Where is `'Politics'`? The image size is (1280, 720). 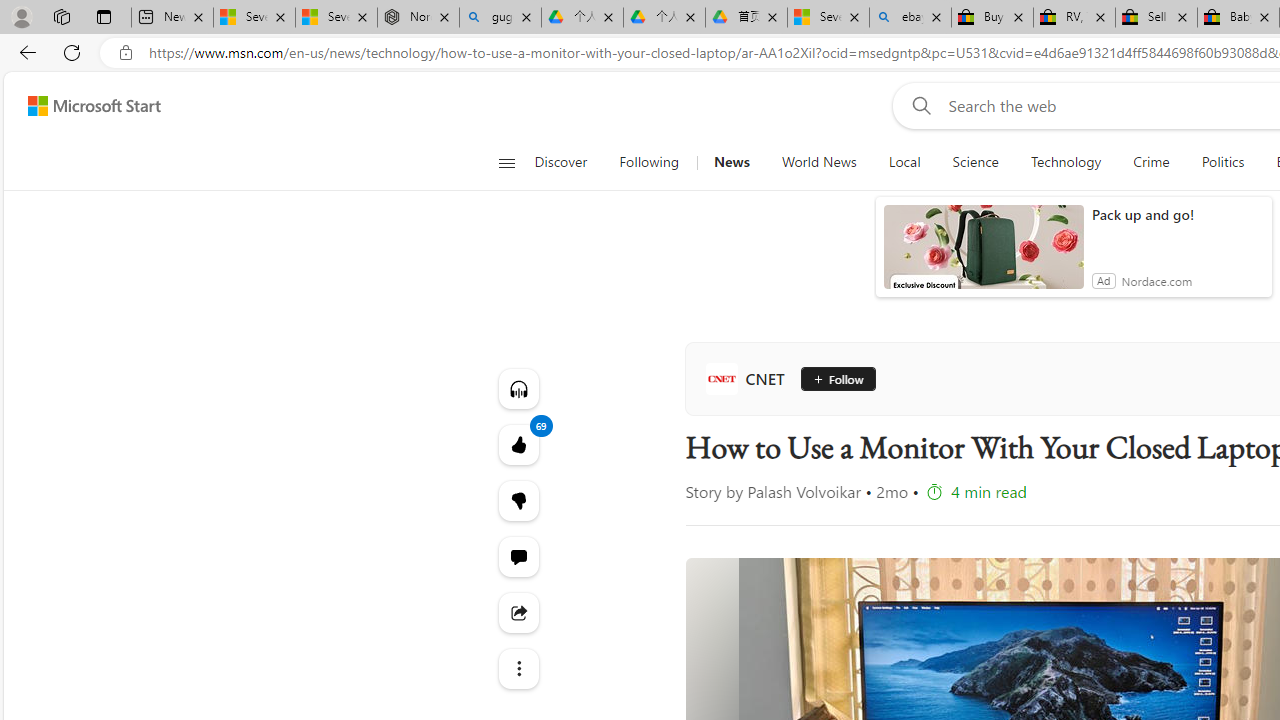 'Politics' is located at coordinates (1222, 162).